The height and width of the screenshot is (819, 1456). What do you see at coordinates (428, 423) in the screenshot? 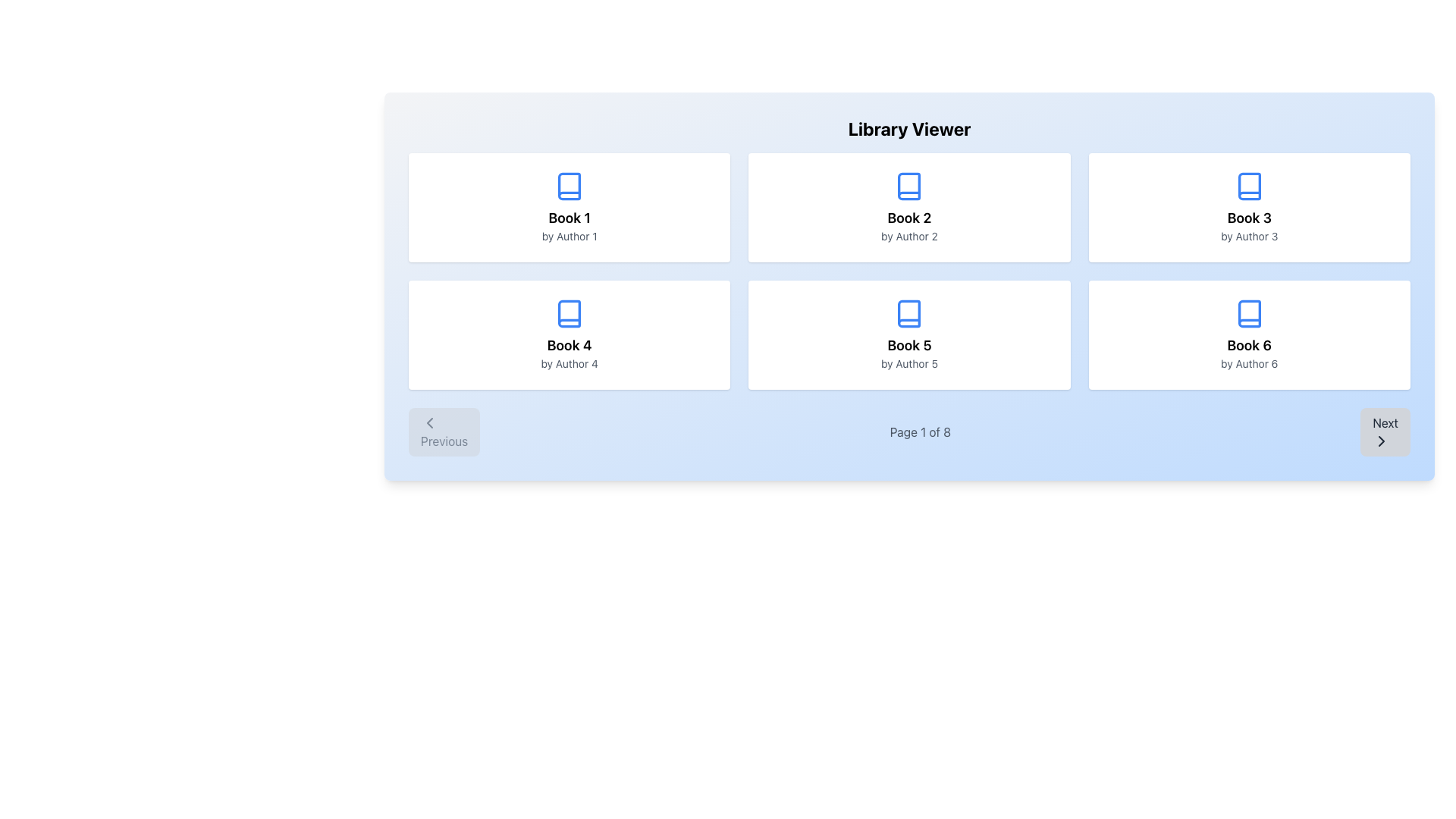
I see `the 'Previous' icon located at the bottom-left corner of the interface` at bounding box center [428, 423].